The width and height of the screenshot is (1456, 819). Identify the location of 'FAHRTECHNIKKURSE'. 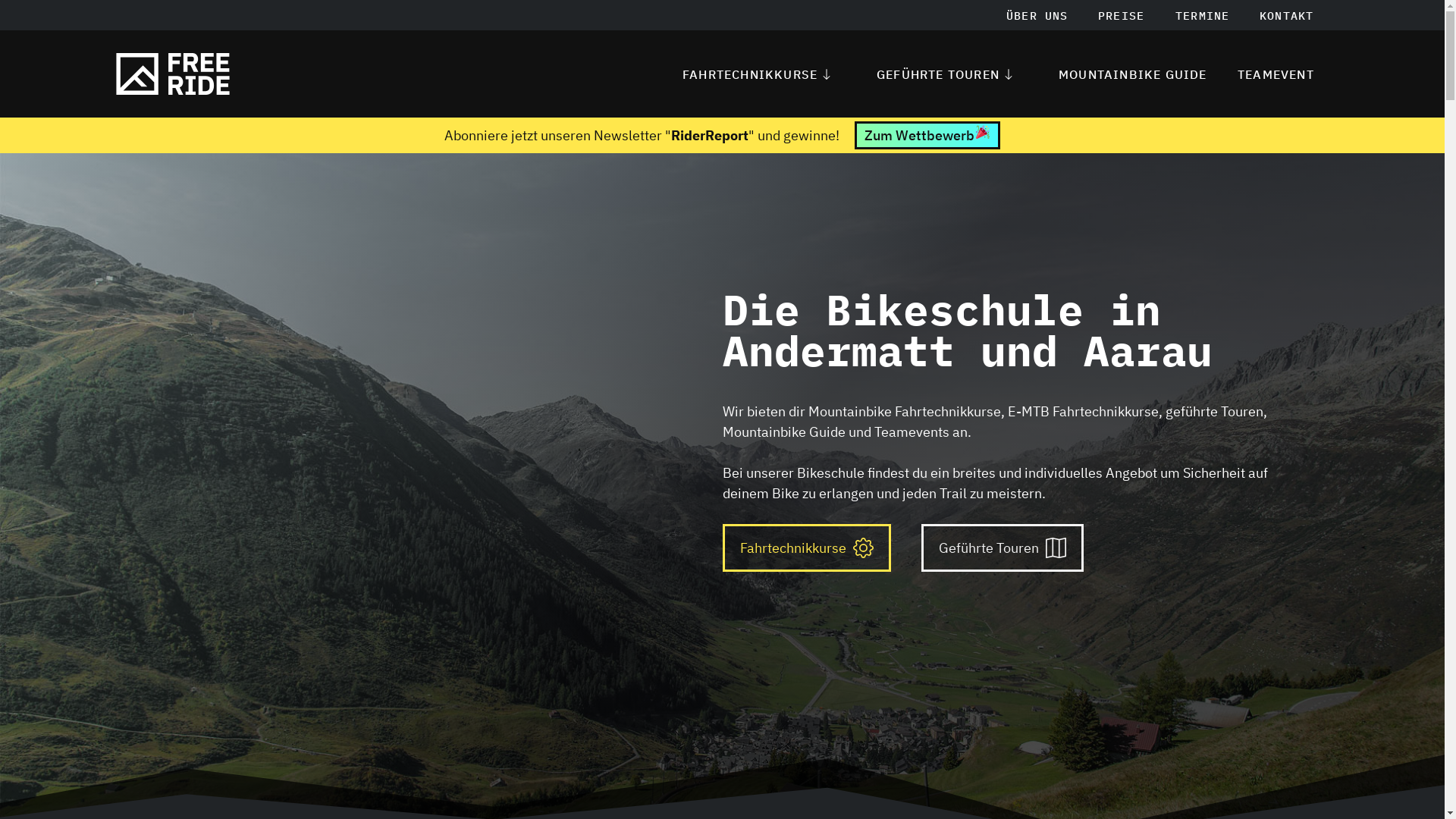
(667, 74).